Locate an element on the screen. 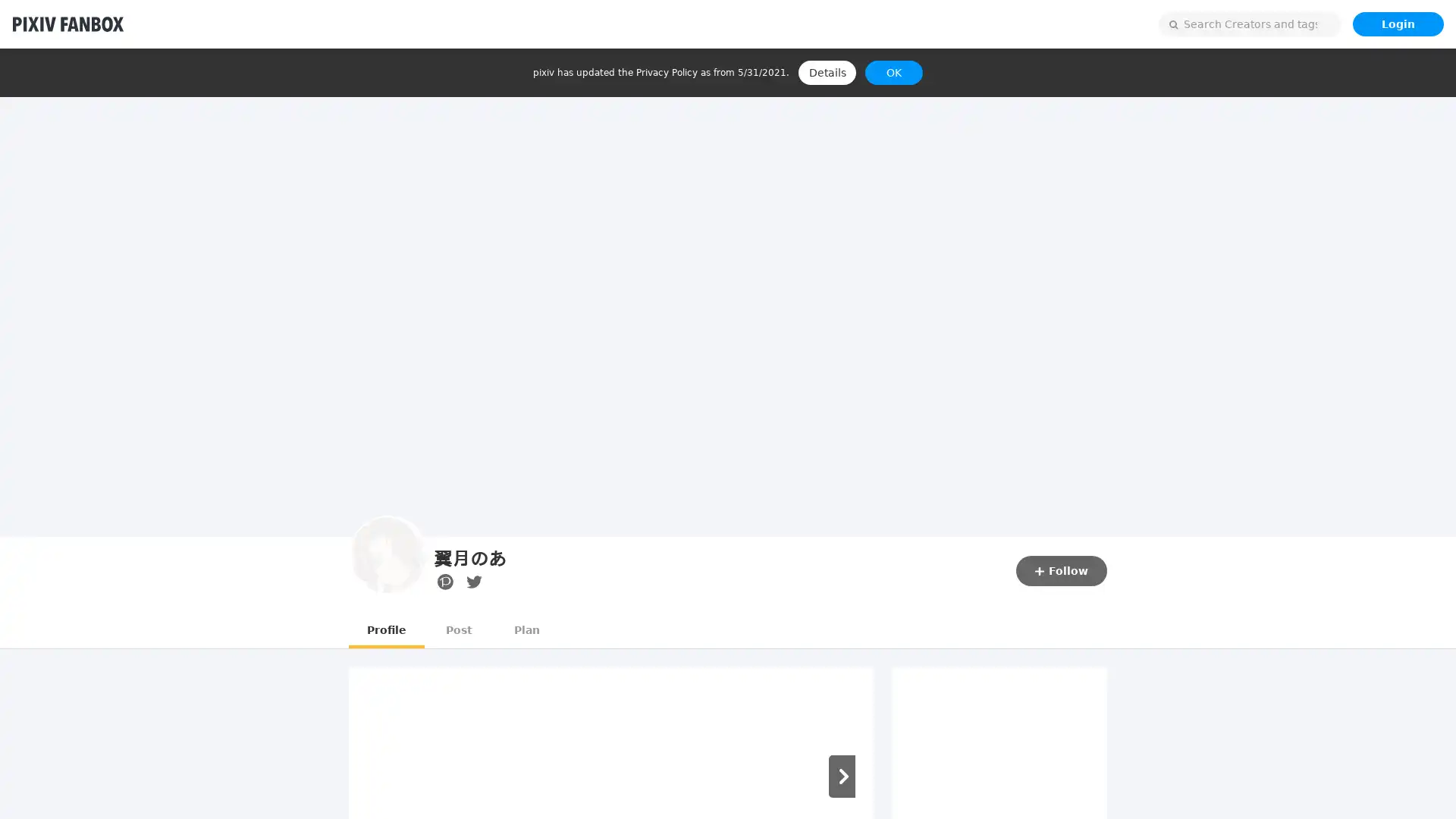 Image resolution: width=1456 pixels, height=819 pixels. OK is located at coordinates (894, 73).